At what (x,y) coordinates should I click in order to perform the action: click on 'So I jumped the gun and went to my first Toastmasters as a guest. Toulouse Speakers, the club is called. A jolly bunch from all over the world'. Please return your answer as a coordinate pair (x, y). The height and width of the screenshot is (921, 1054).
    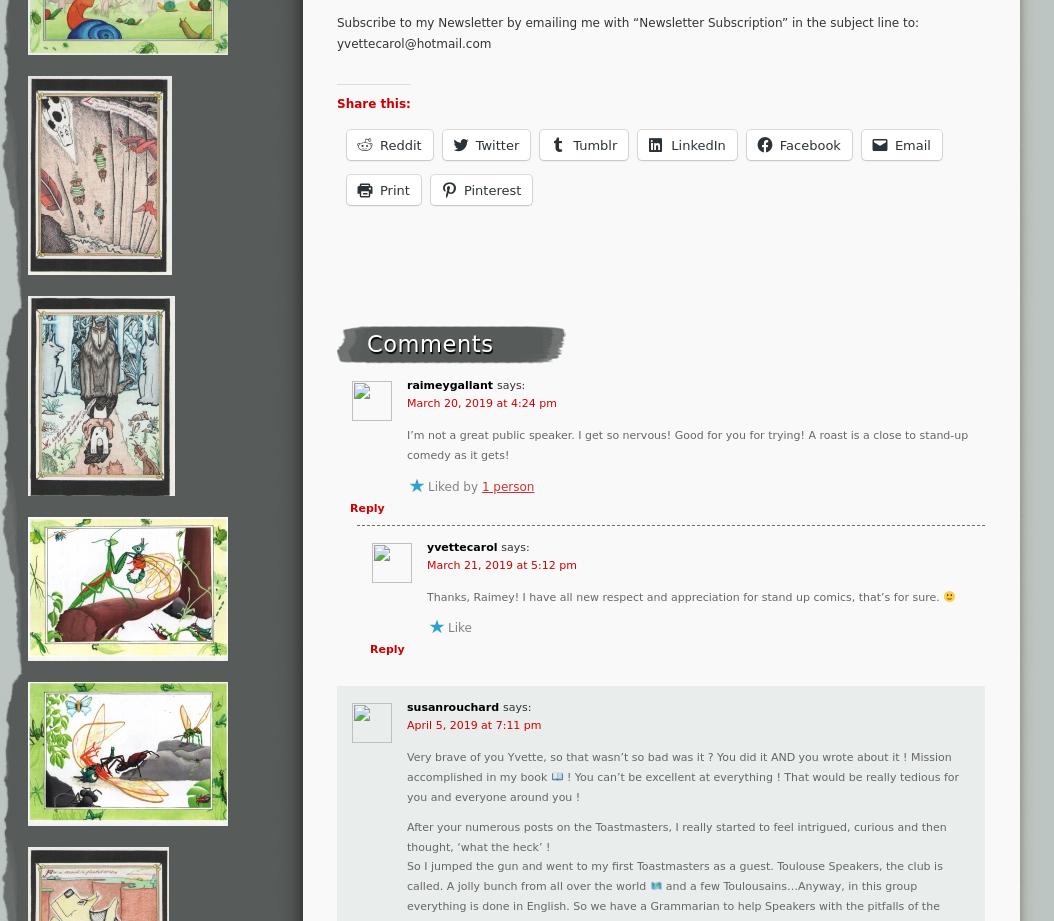
    Looking at the image, I should click on (674, 875).